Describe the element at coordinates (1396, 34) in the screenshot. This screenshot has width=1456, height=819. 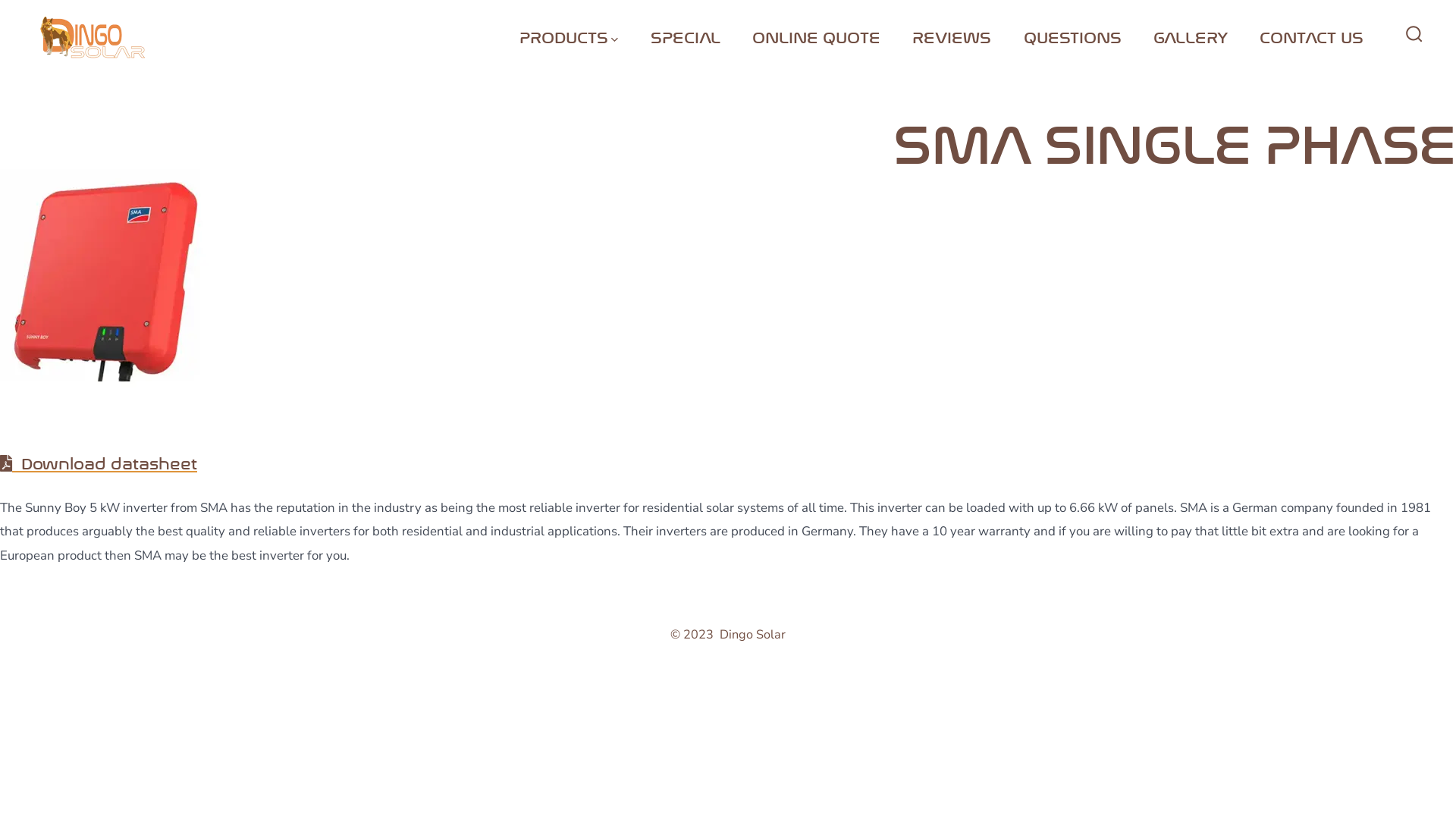
I see `'Search Toggle'` at that location.